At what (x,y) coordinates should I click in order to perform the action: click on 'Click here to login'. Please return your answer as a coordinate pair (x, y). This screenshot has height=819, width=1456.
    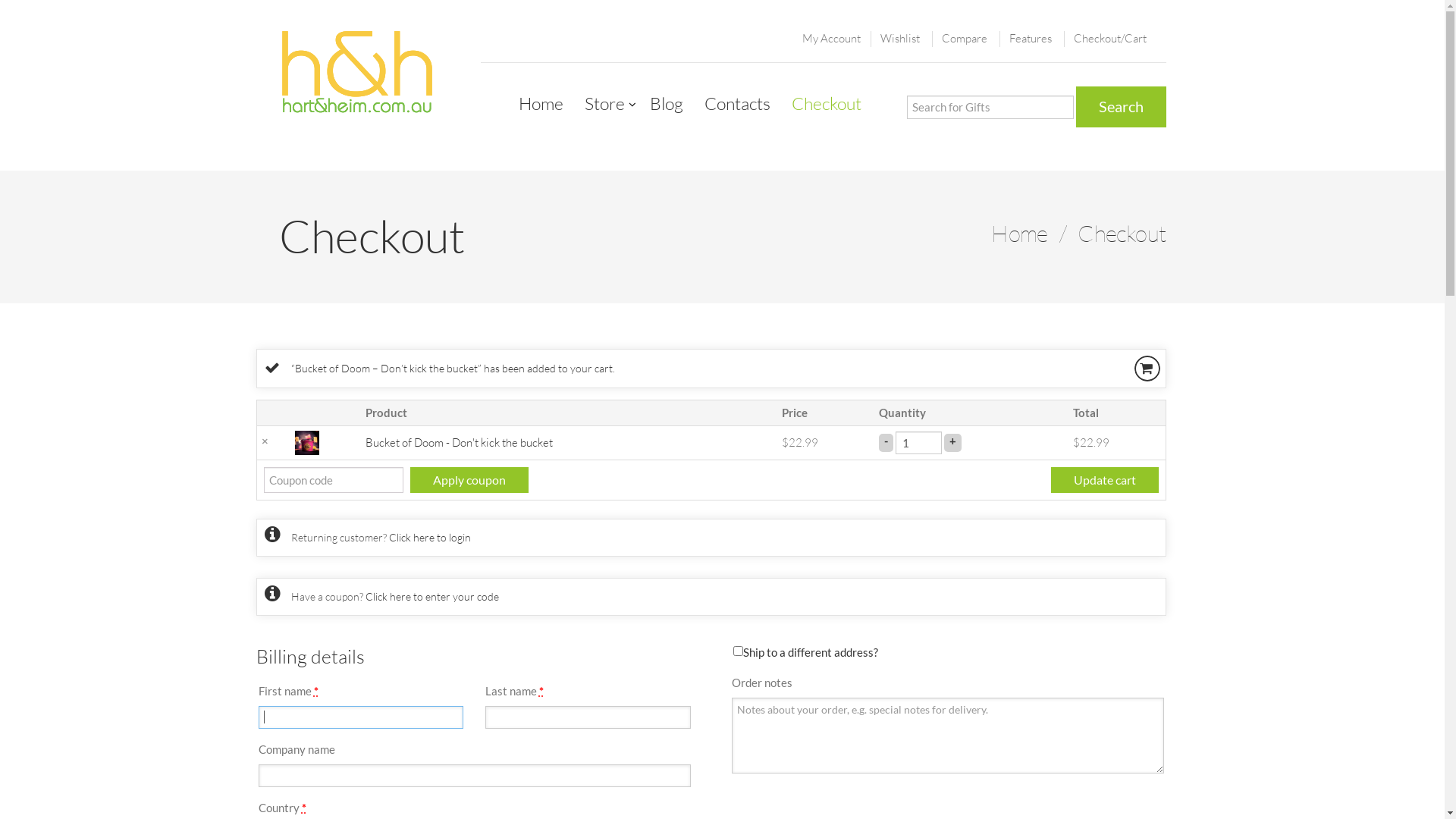
    Looking at the image, I should click on (428, 536).